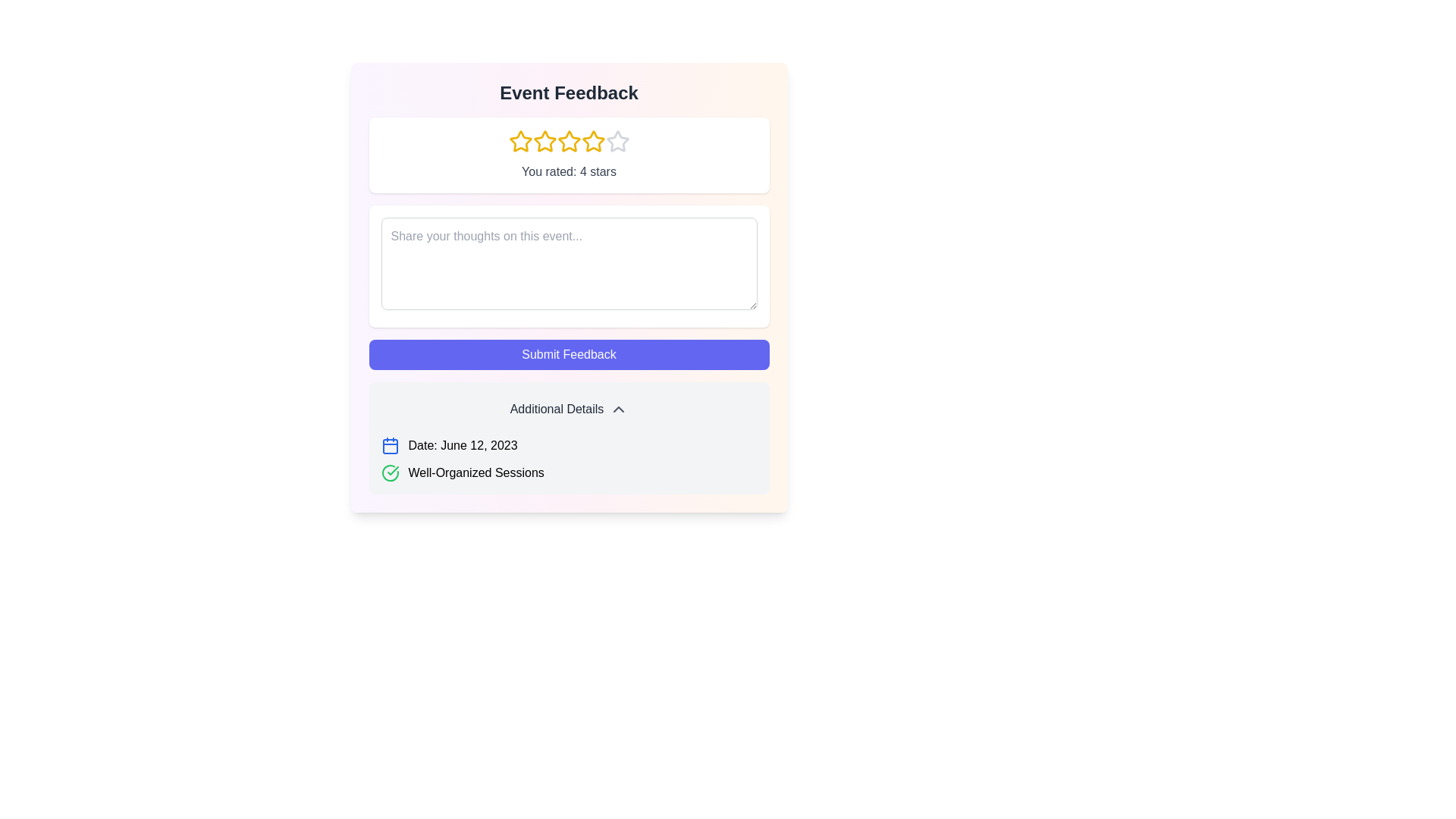 The height and width of the screenshot is (819, 1456). Describe the element at coordinates (568, 141) in the screenshot. I see `the fourth star icon in the rating system, located just below the 'Event Feedback' title` at that location.